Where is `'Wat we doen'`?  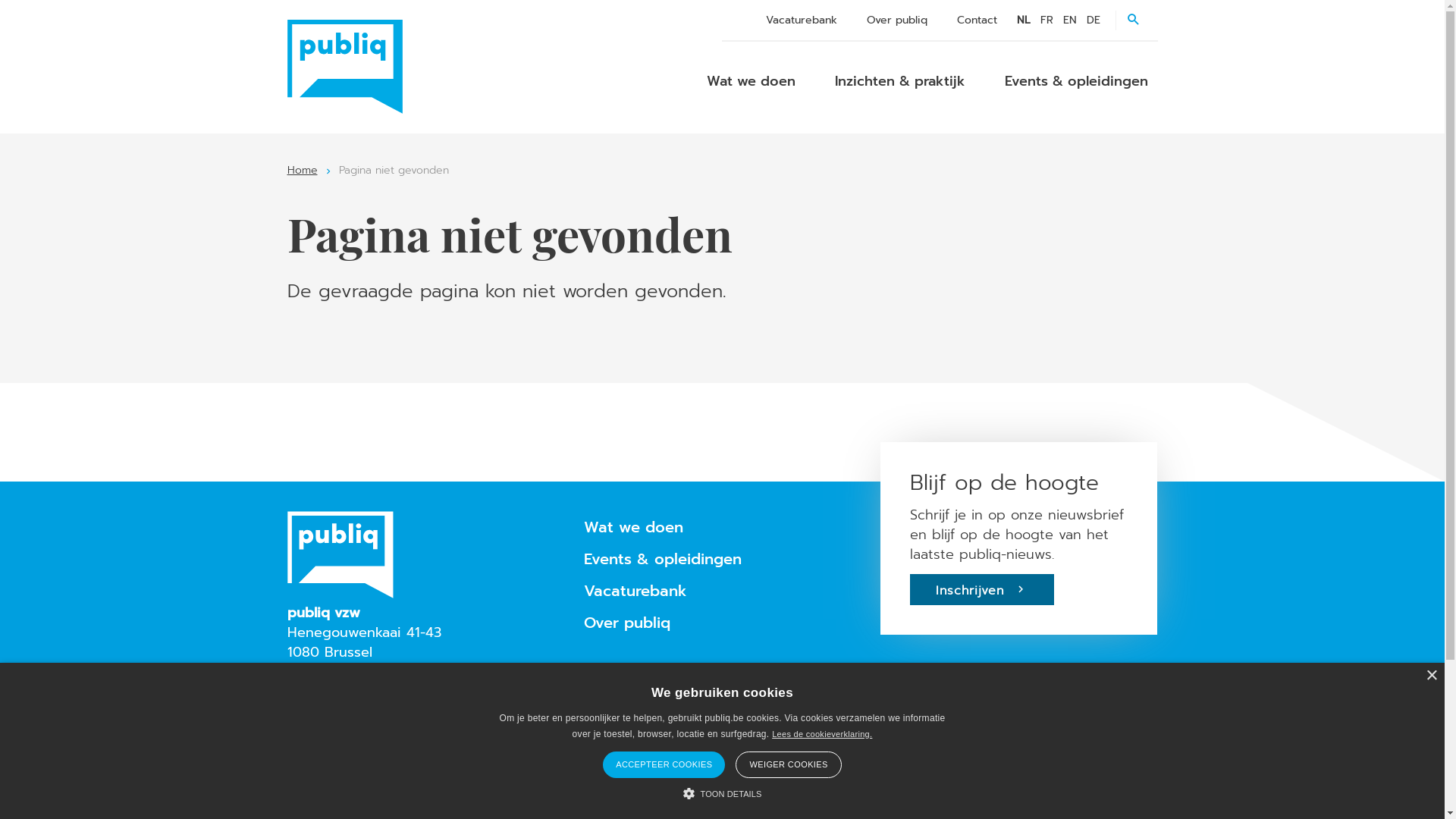
'Wat we doen' is located at coordinates (750, 81).